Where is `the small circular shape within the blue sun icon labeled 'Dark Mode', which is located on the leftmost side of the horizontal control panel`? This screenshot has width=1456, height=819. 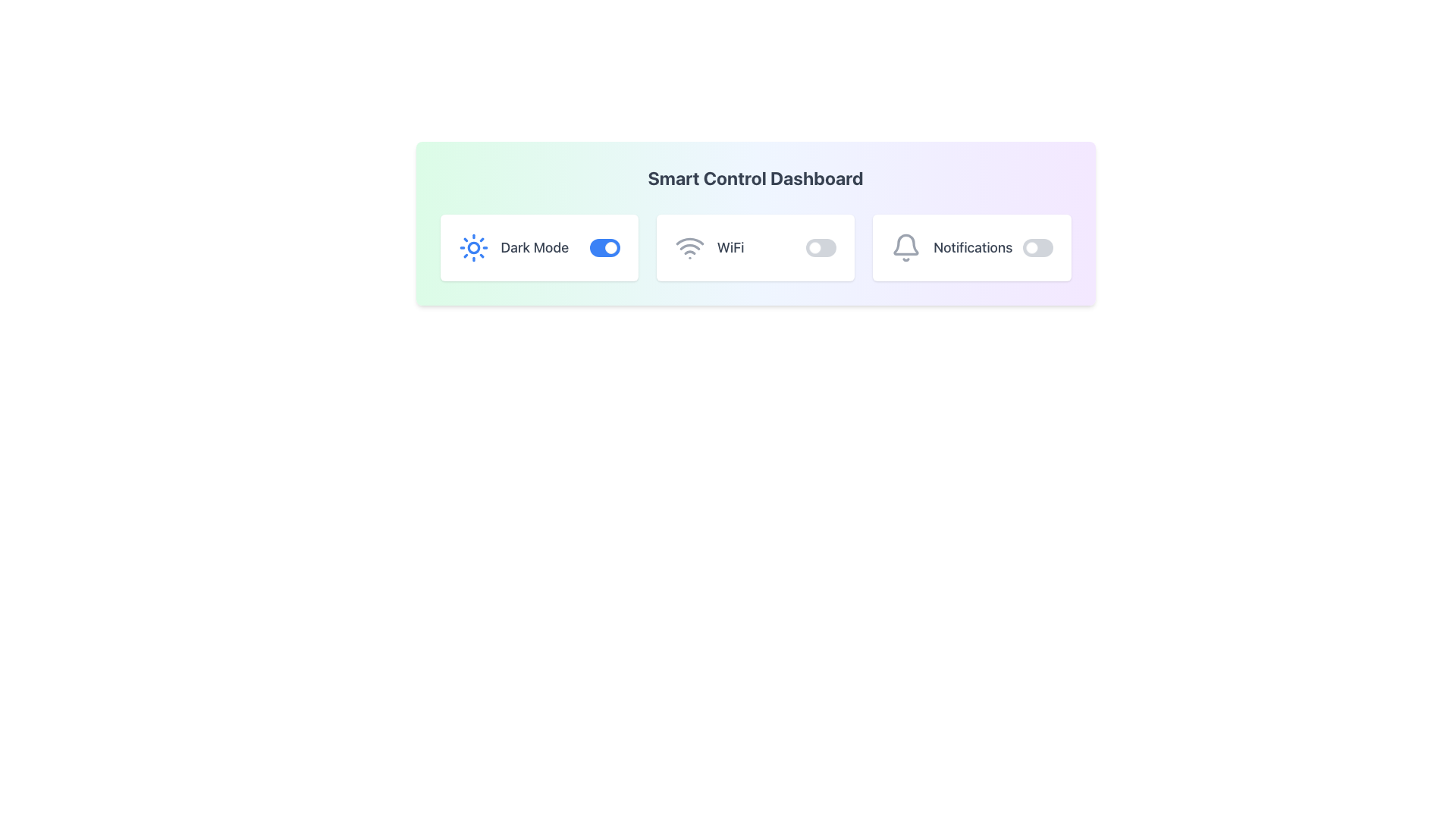 the small circular shape within the blue sun icon labeled 'Dark Mode', which is located on the leftmost side of the horizontal control panel is located at coordinates (472, 247).